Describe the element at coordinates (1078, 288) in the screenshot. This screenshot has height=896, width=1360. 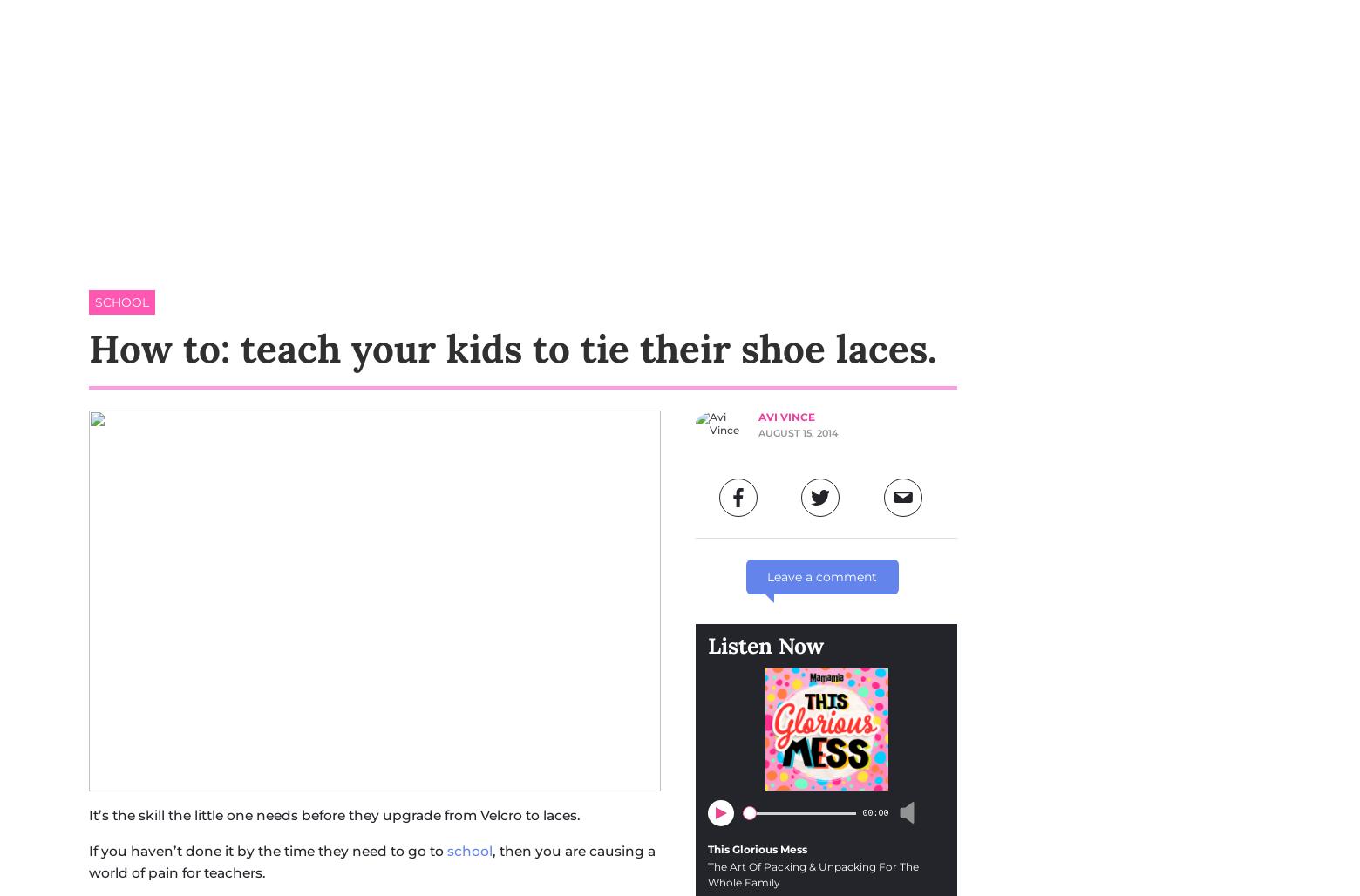
I see `'Notifications'` at that location.